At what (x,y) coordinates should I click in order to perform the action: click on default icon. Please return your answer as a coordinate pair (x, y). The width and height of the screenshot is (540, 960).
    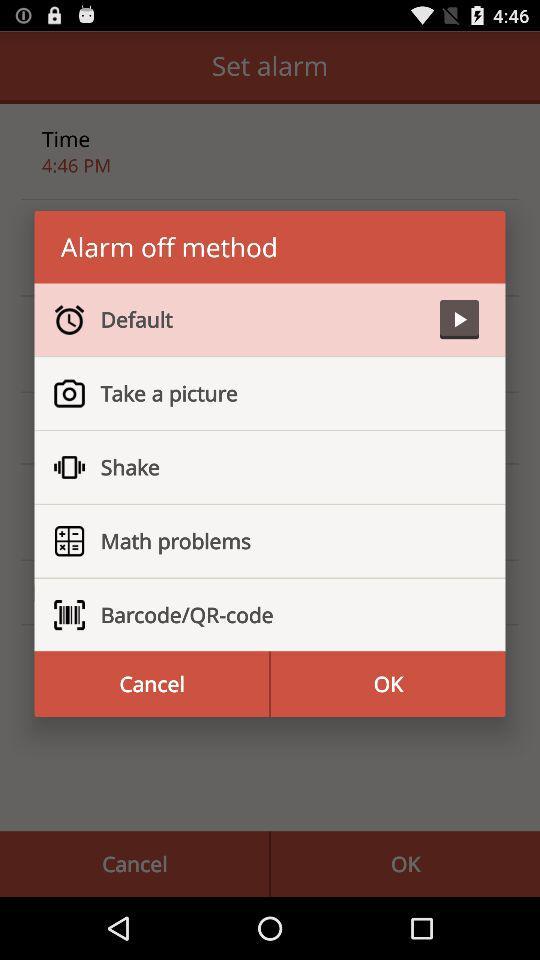
    Looking at the image, I should click on (262, 319).